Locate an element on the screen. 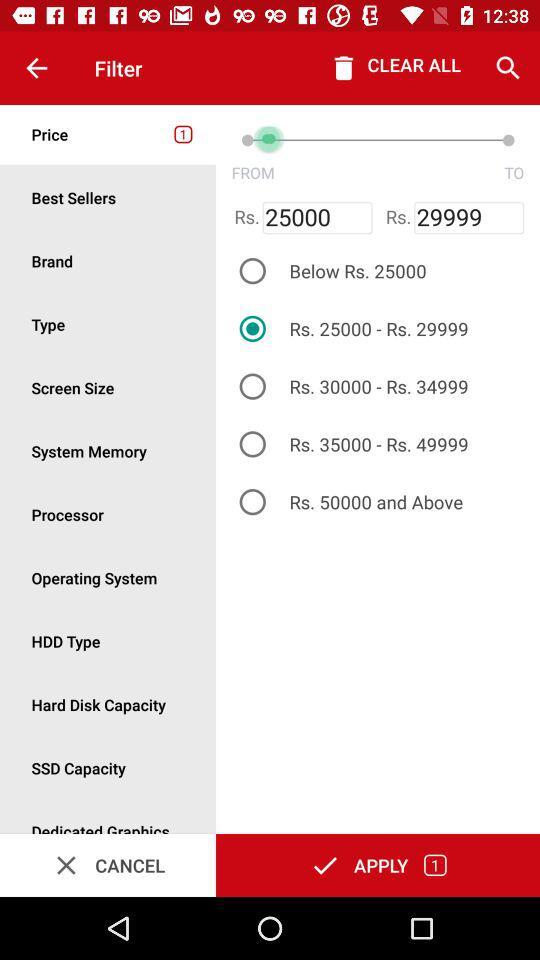 Image resolution: width=540 pixels, height=960 pixels. the more icon is located at coordinates (108, 386).